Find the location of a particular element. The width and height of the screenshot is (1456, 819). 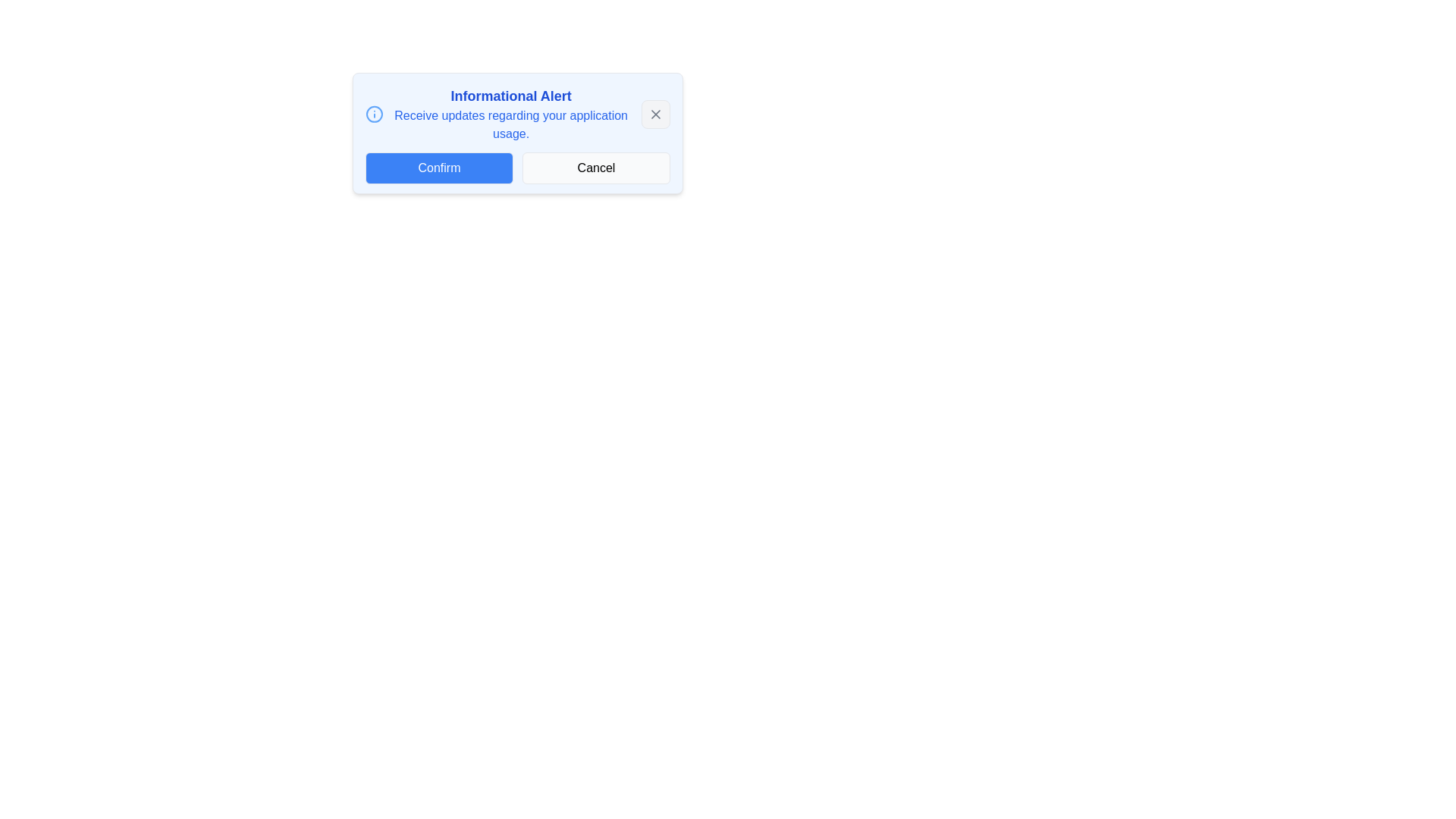

the 'Confirm' button with bold white text and a blue background is located at coordinates (438, 168).